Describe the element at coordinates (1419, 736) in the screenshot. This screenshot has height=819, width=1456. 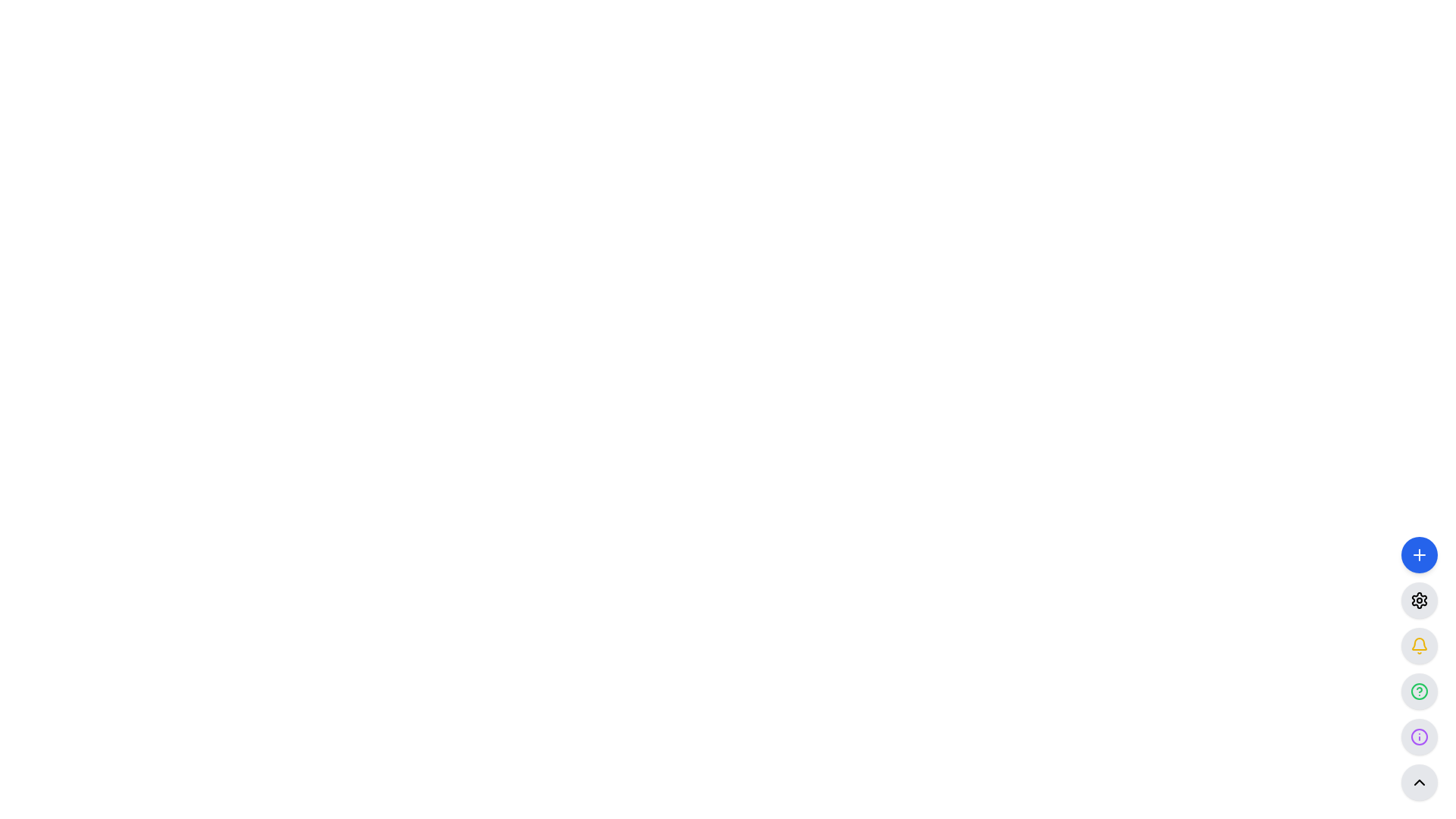
I see `the icon button located between the green question mark icon above and the pink-bordered square icon below` at that location.